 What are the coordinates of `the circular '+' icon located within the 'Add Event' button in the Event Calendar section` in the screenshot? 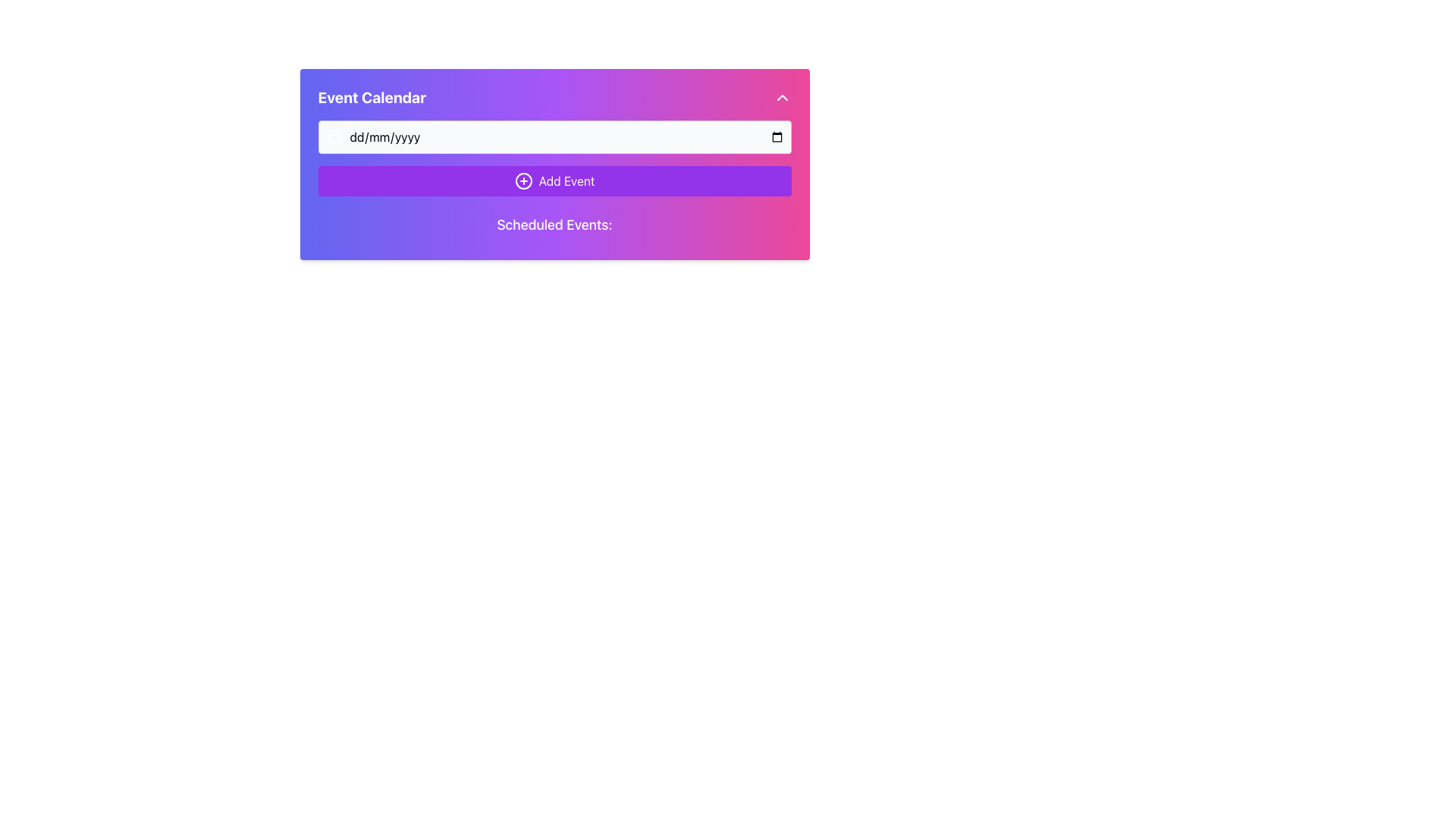 It's located at (523, 180).